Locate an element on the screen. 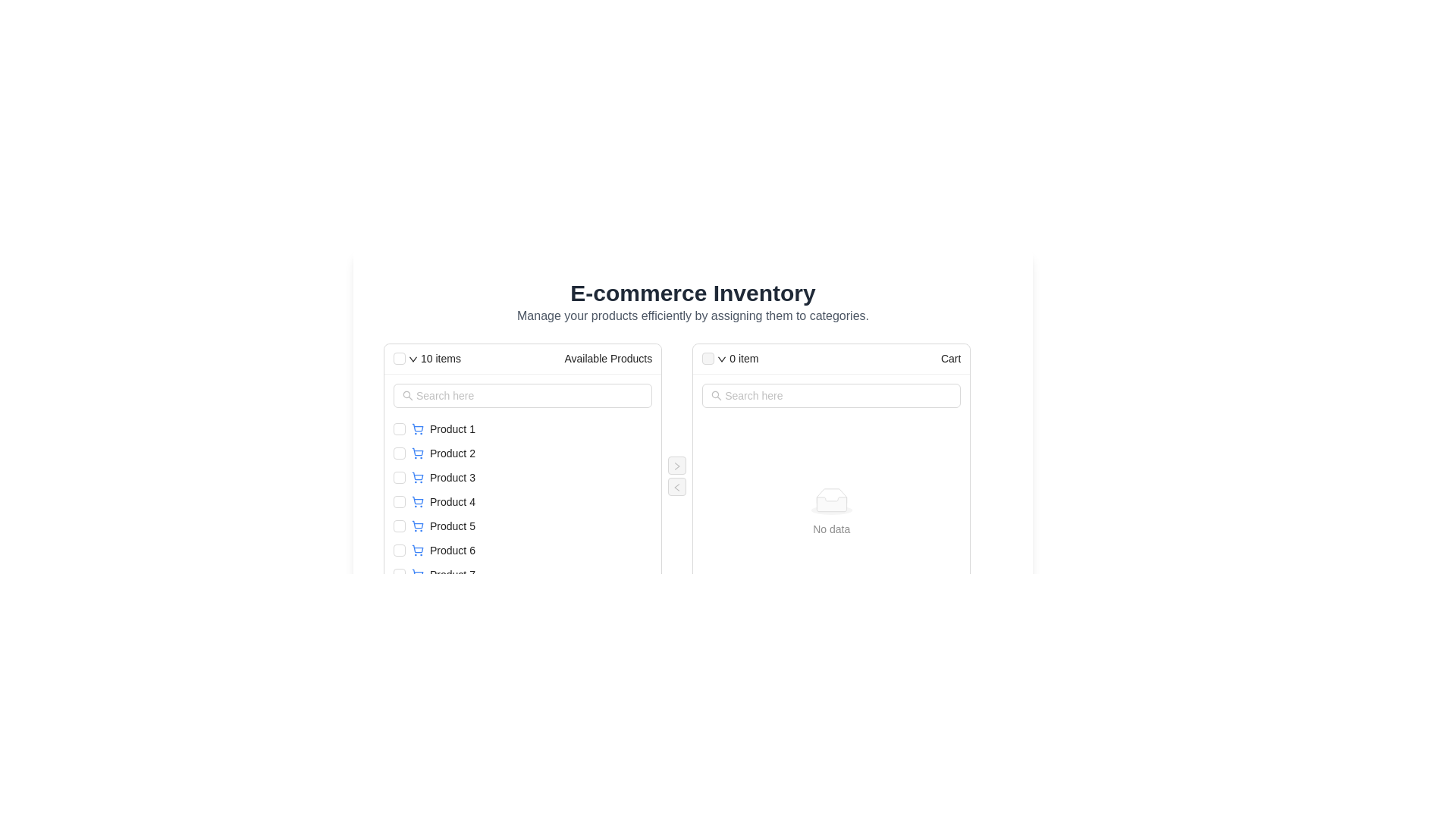 This screenshot has height=819, width=1456. the search bar in the dual-panel product transfer interface is located at coordinates (692, 475).